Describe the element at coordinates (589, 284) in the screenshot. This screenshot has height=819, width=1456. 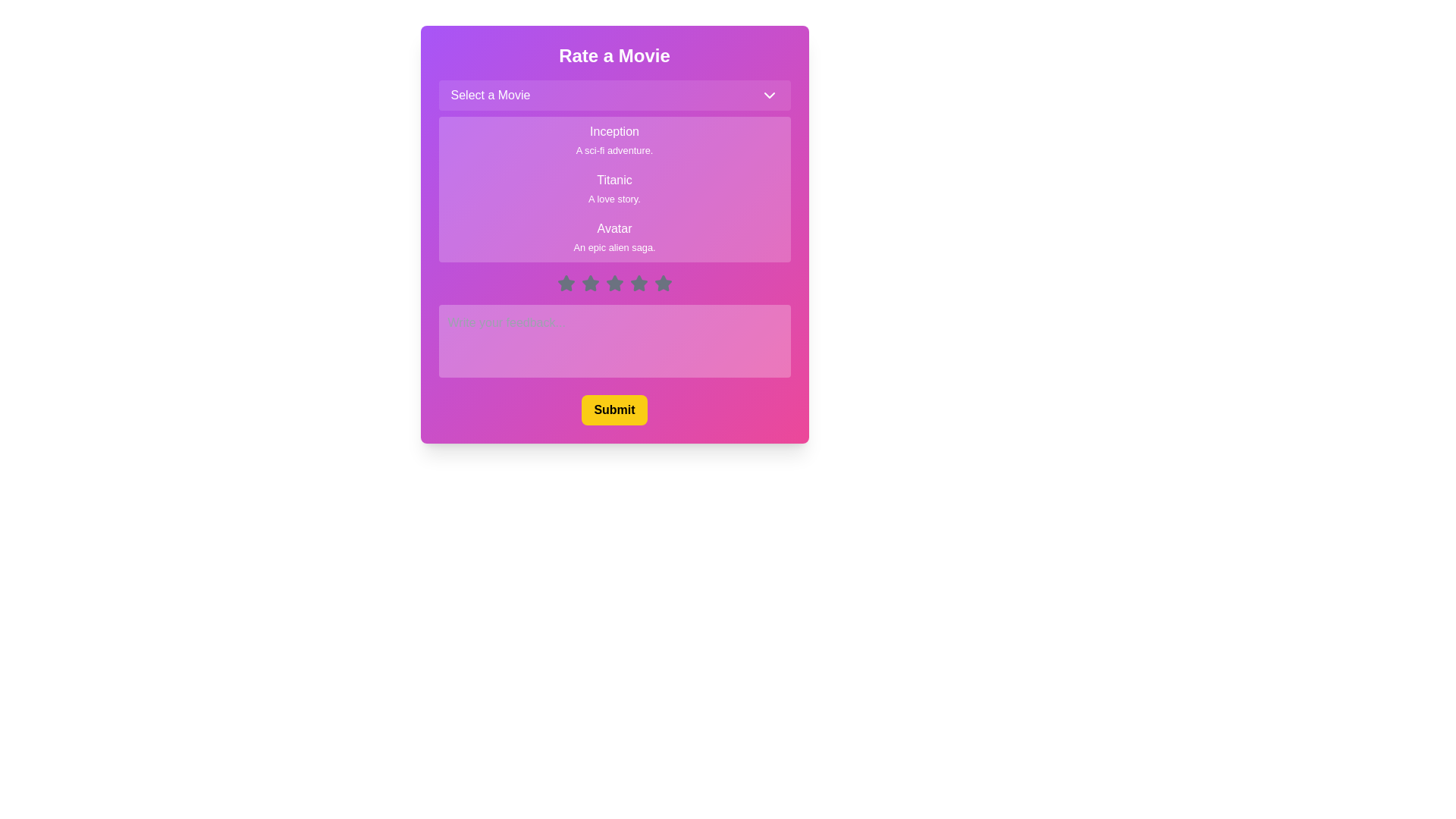
I see `the third star icon in the horizontal row of five stars` at that location.